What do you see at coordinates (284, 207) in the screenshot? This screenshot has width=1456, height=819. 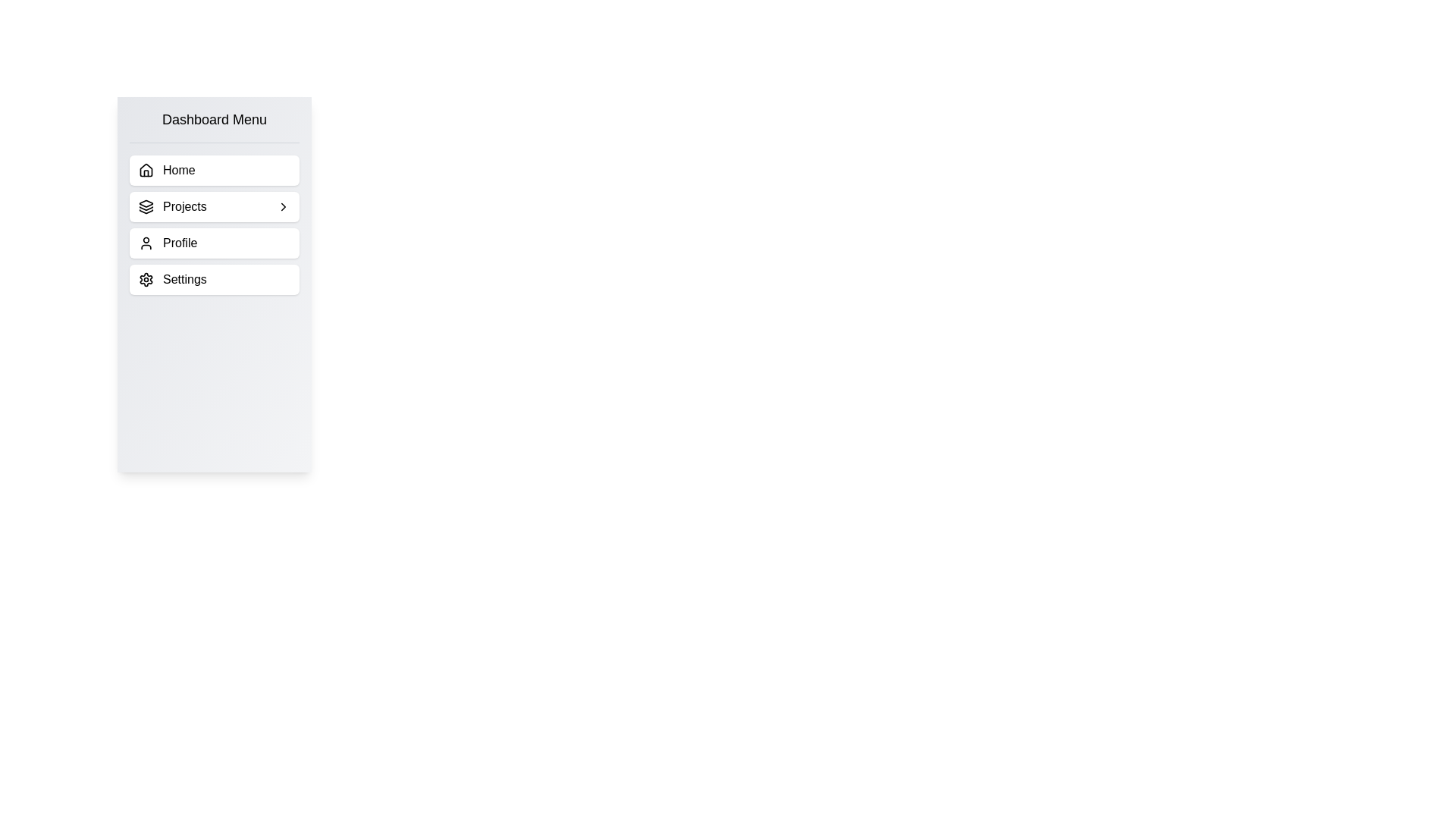 I see `the icon located next to the 'Projects' label` at bounding box center [284, 207].